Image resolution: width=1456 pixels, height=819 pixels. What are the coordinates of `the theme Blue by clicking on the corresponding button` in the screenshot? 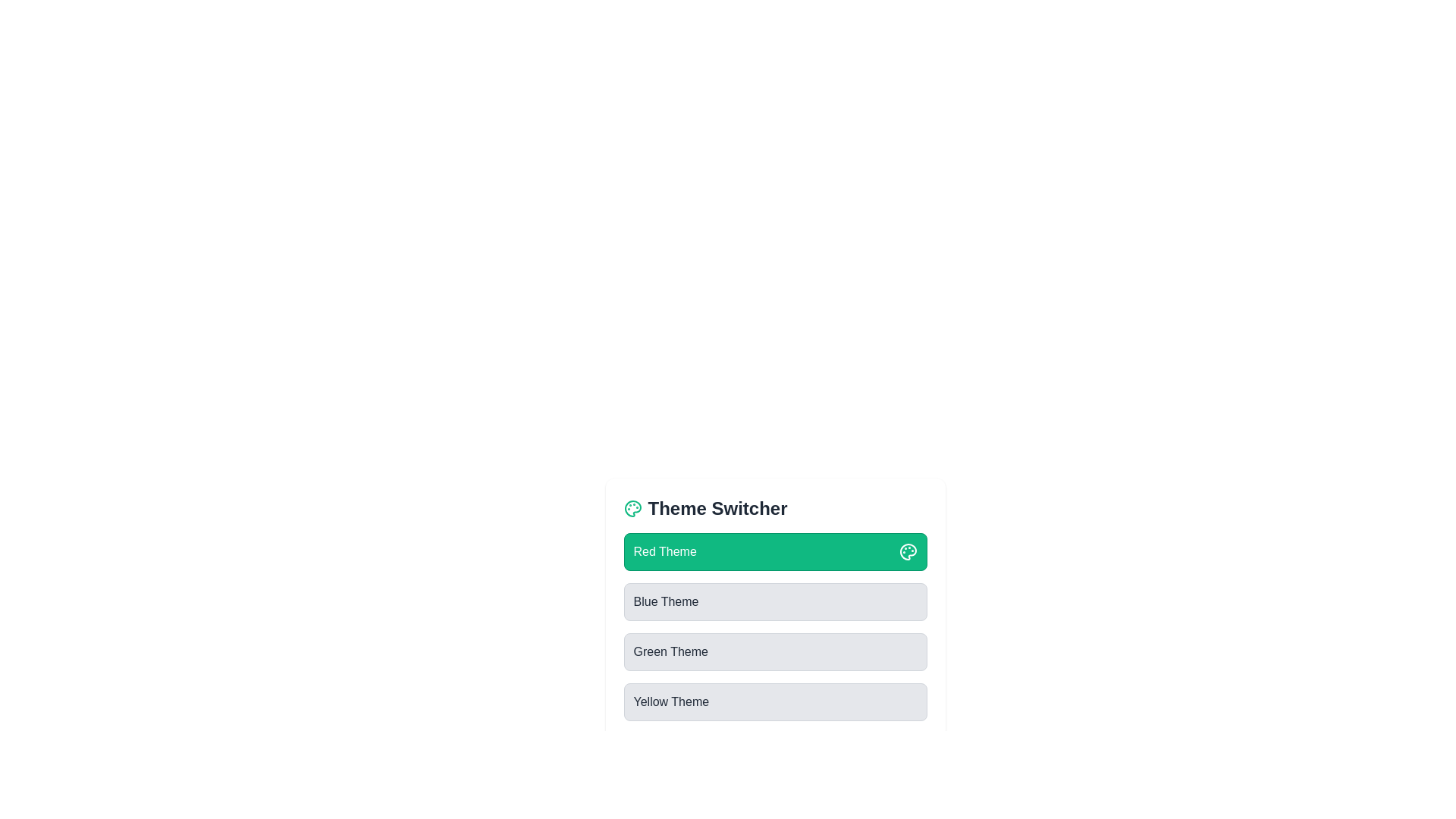 It's located at (775, 601).